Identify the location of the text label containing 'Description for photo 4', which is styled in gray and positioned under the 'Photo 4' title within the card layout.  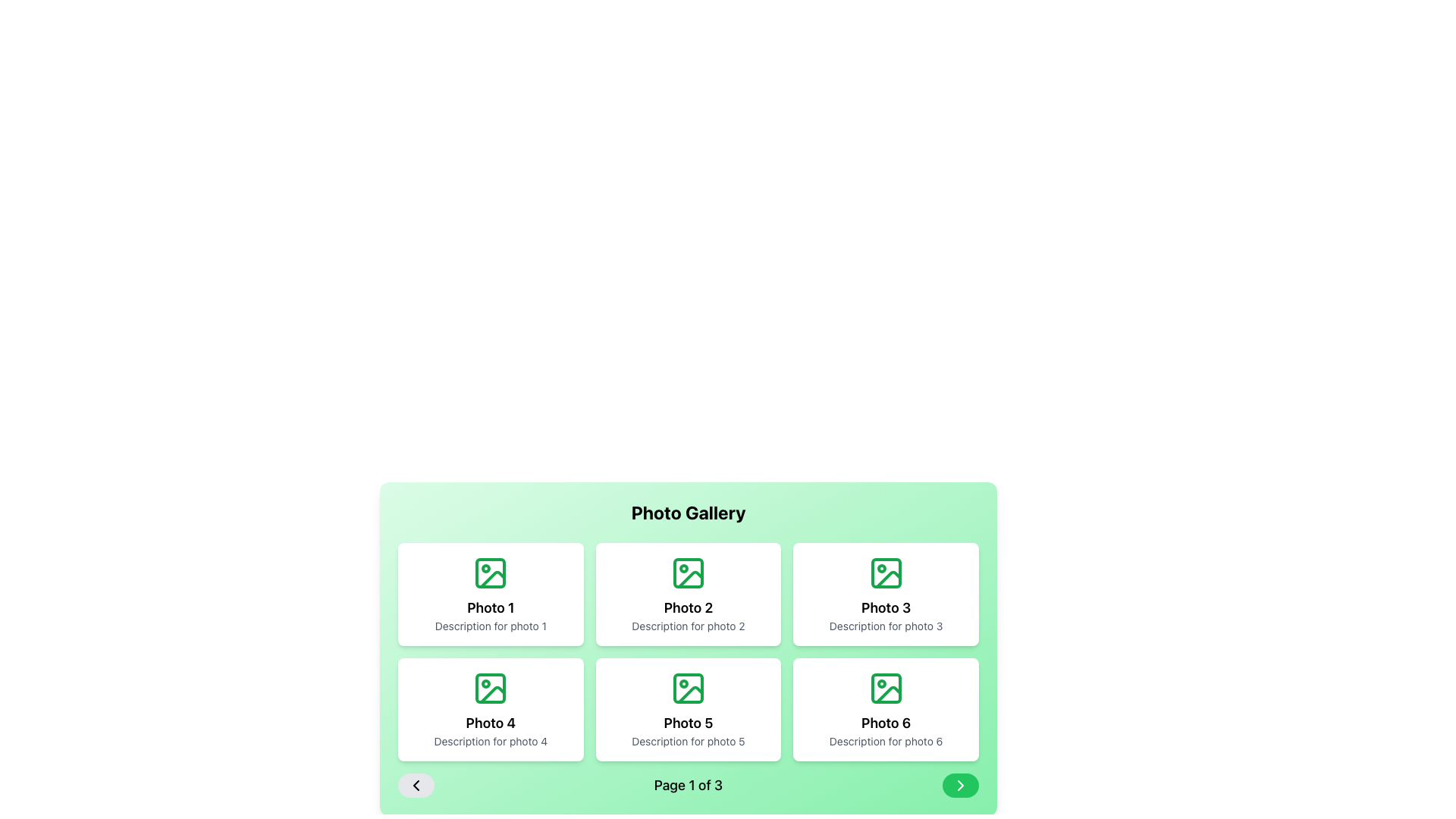
(491, 741).